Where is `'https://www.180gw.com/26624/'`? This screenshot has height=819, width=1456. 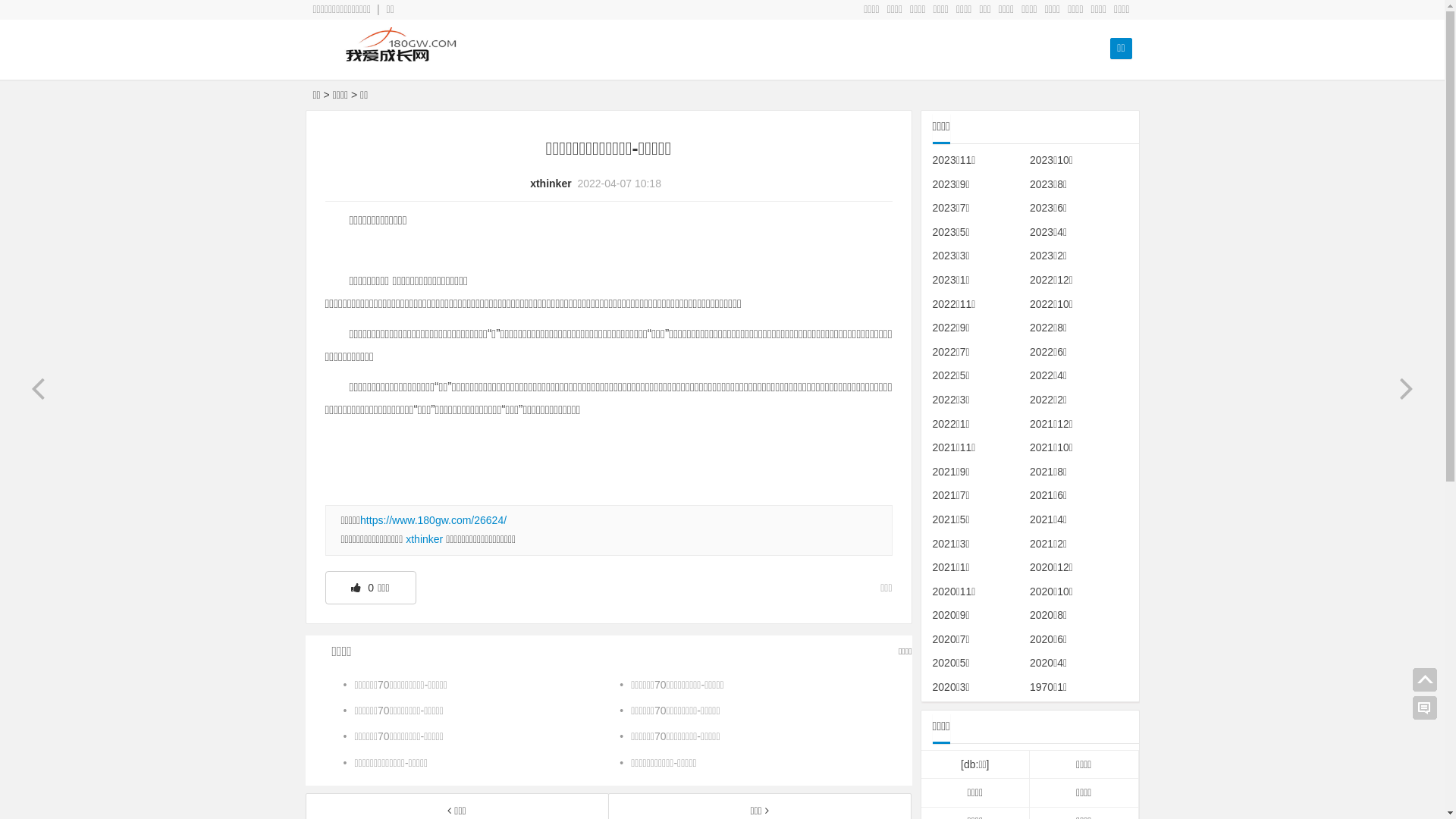 'https://www.180gw.com/26624/' is located at coordinates (432, 519).